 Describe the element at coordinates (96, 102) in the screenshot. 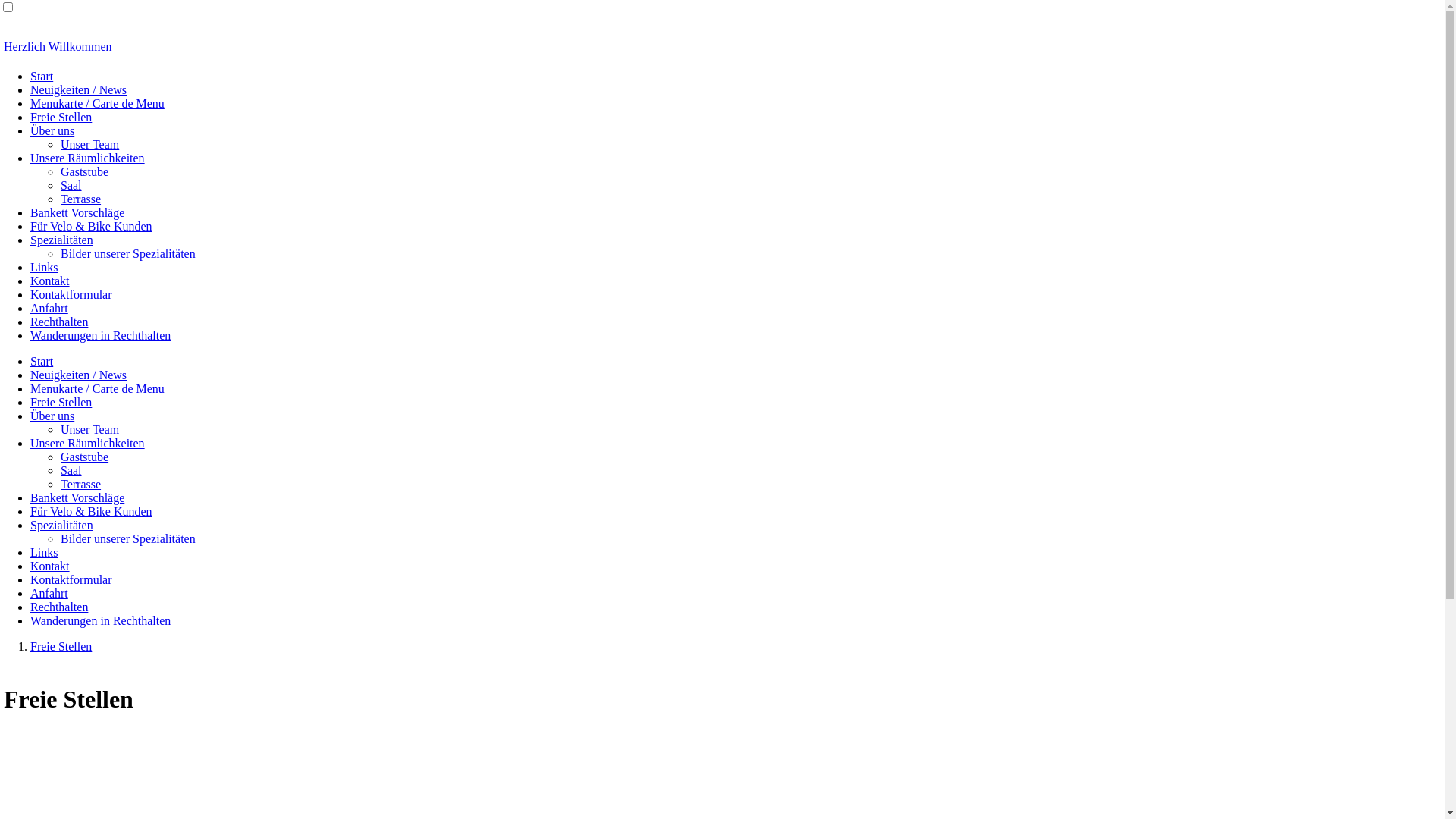

I see `'Menukarte / Carte de Menu'` at that location.